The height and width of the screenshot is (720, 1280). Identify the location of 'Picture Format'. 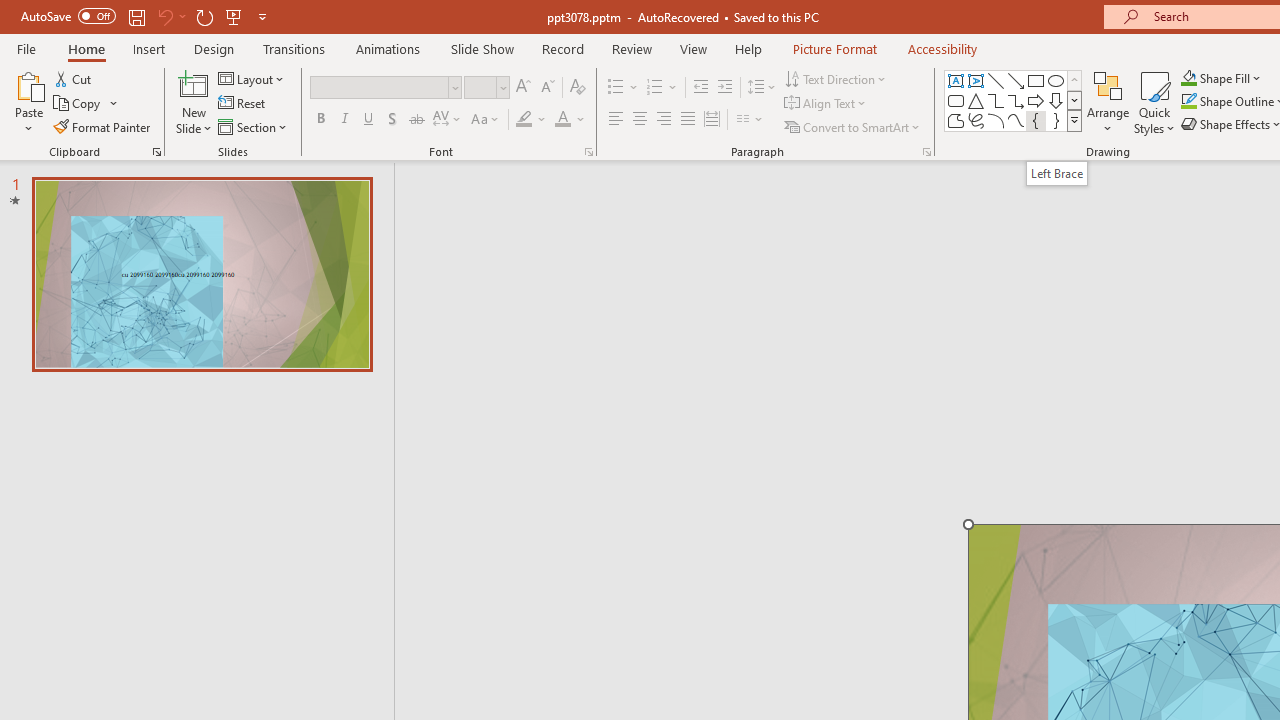
(835, 48).